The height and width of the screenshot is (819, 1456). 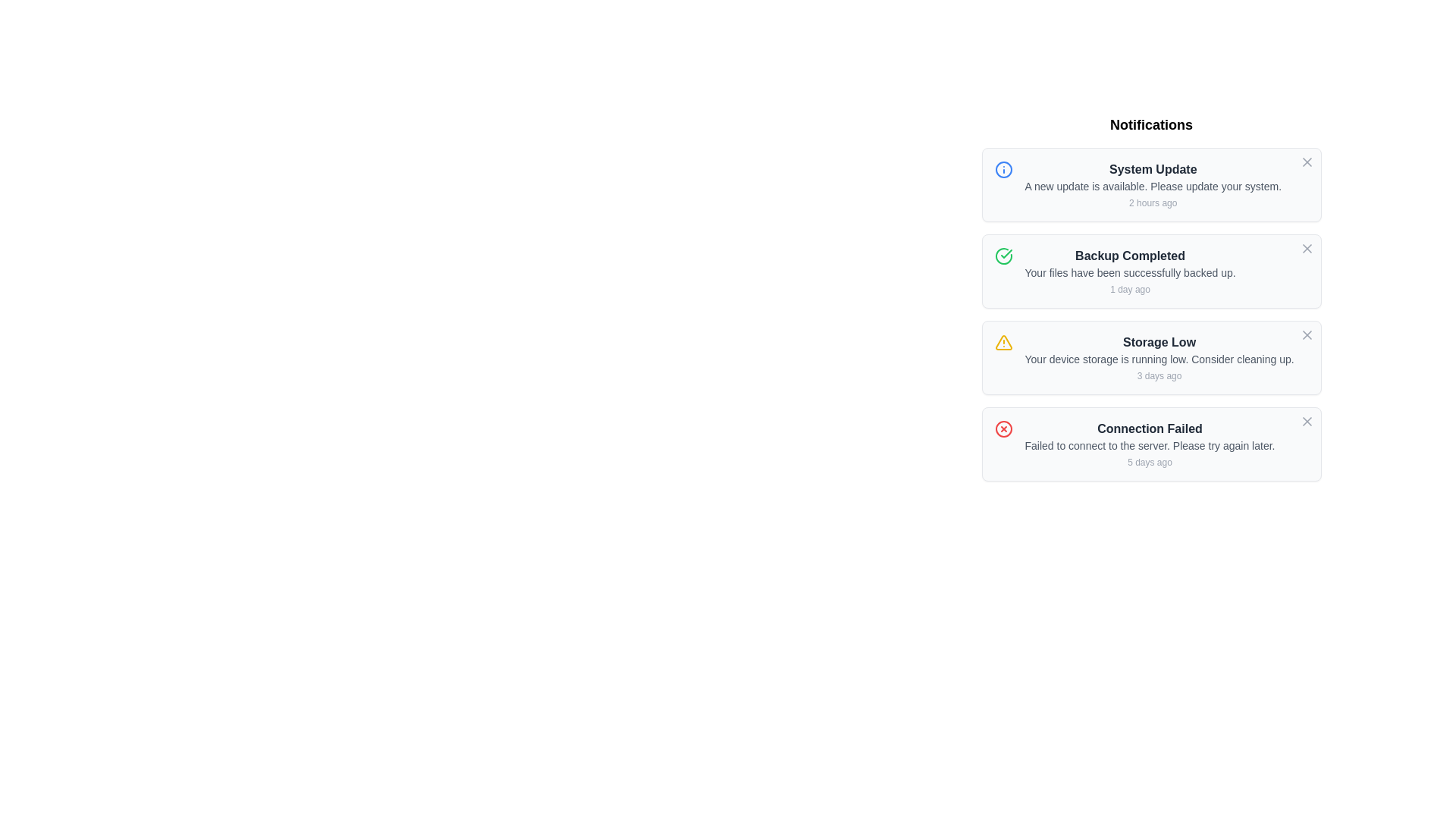 What do you see at coordinates (1129, 271) in the screenshot?
I see `the Text Display element that shows 'Backup Completed' to focus on it` at bounding box center [1129, 271].